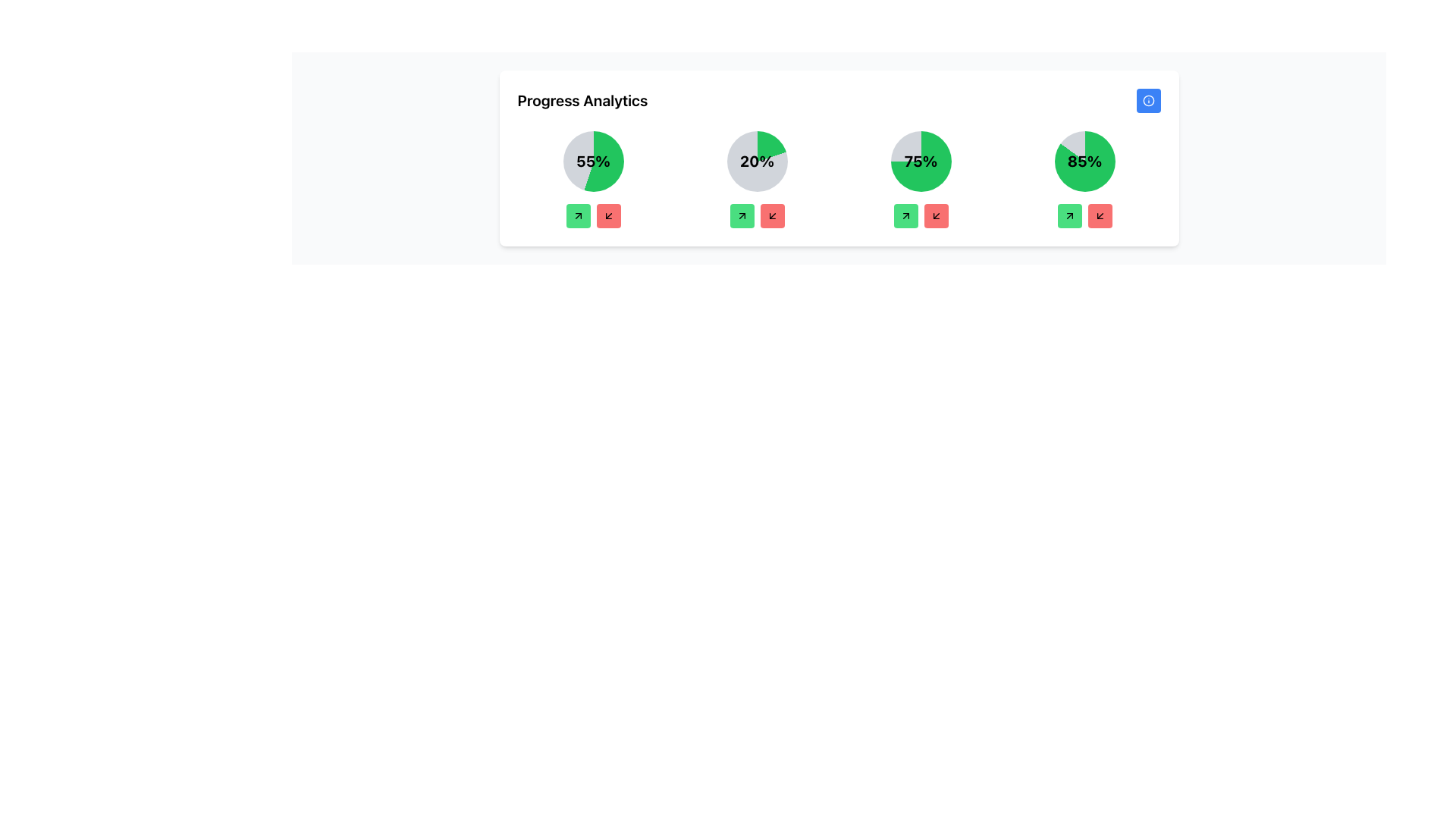 The image size is (1456, 819). I want to click on percentage value displayed in the circular progress indicator, which shows '55%' in bold at the center of the circle, so click(592, 161).